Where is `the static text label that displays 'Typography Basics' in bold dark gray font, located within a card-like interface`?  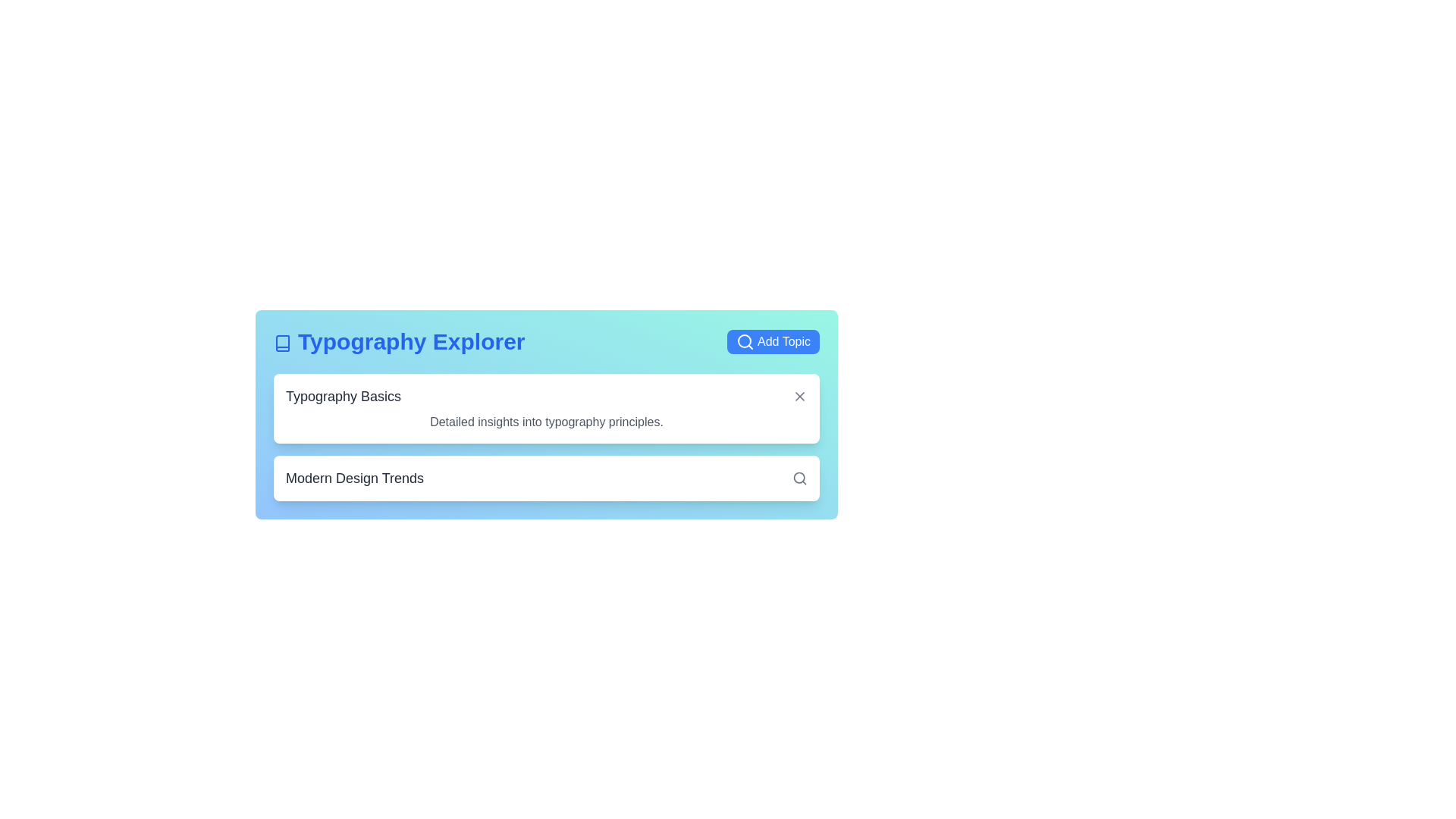 the static text label that displays 'Typography Basics' in bold dark gray font, located within a card-like interface is located at coordinates (343, 396).